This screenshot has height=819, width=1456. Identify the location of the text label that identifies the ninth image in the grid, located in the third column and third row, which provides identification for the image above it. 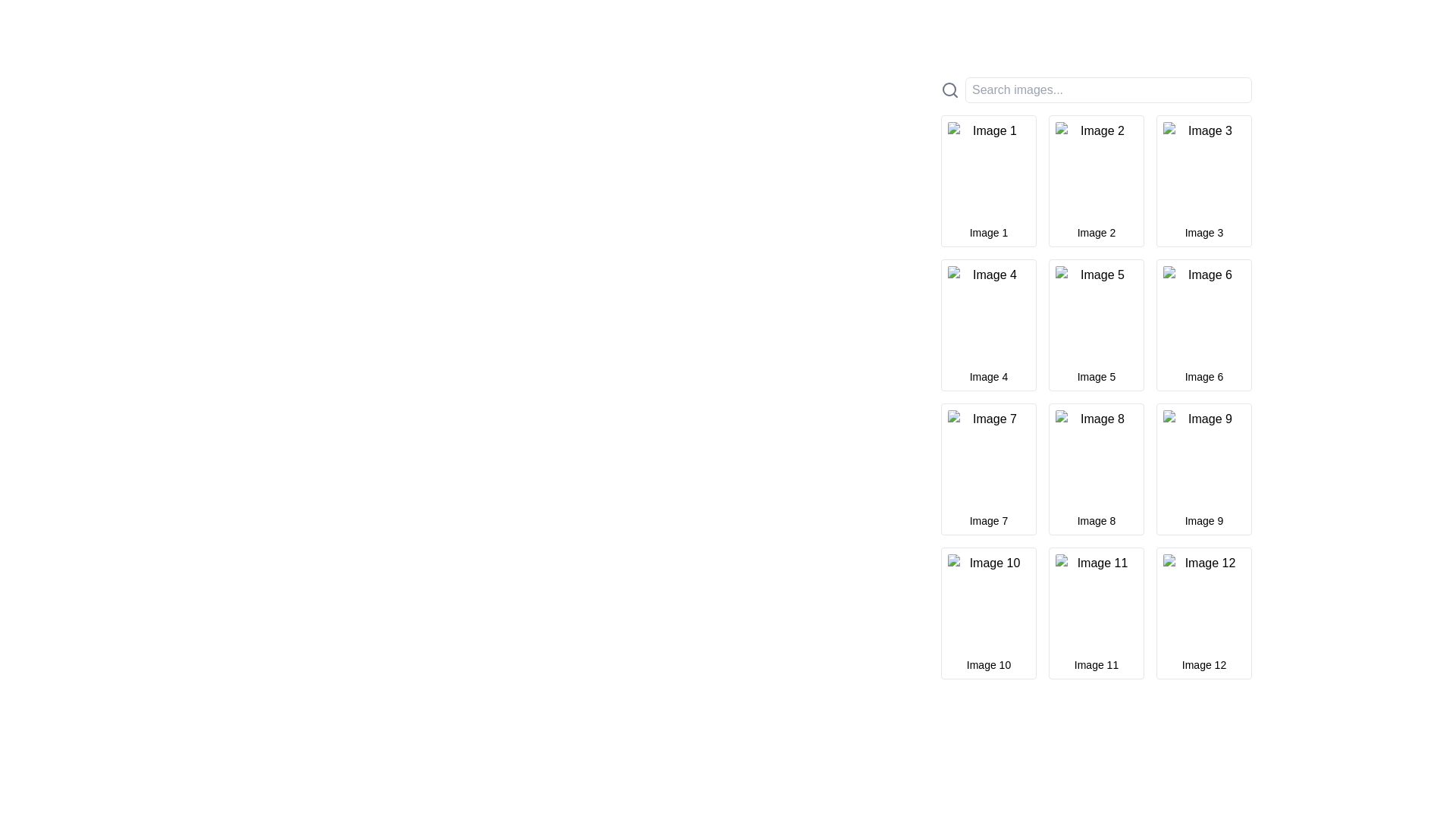
(1203, 519).